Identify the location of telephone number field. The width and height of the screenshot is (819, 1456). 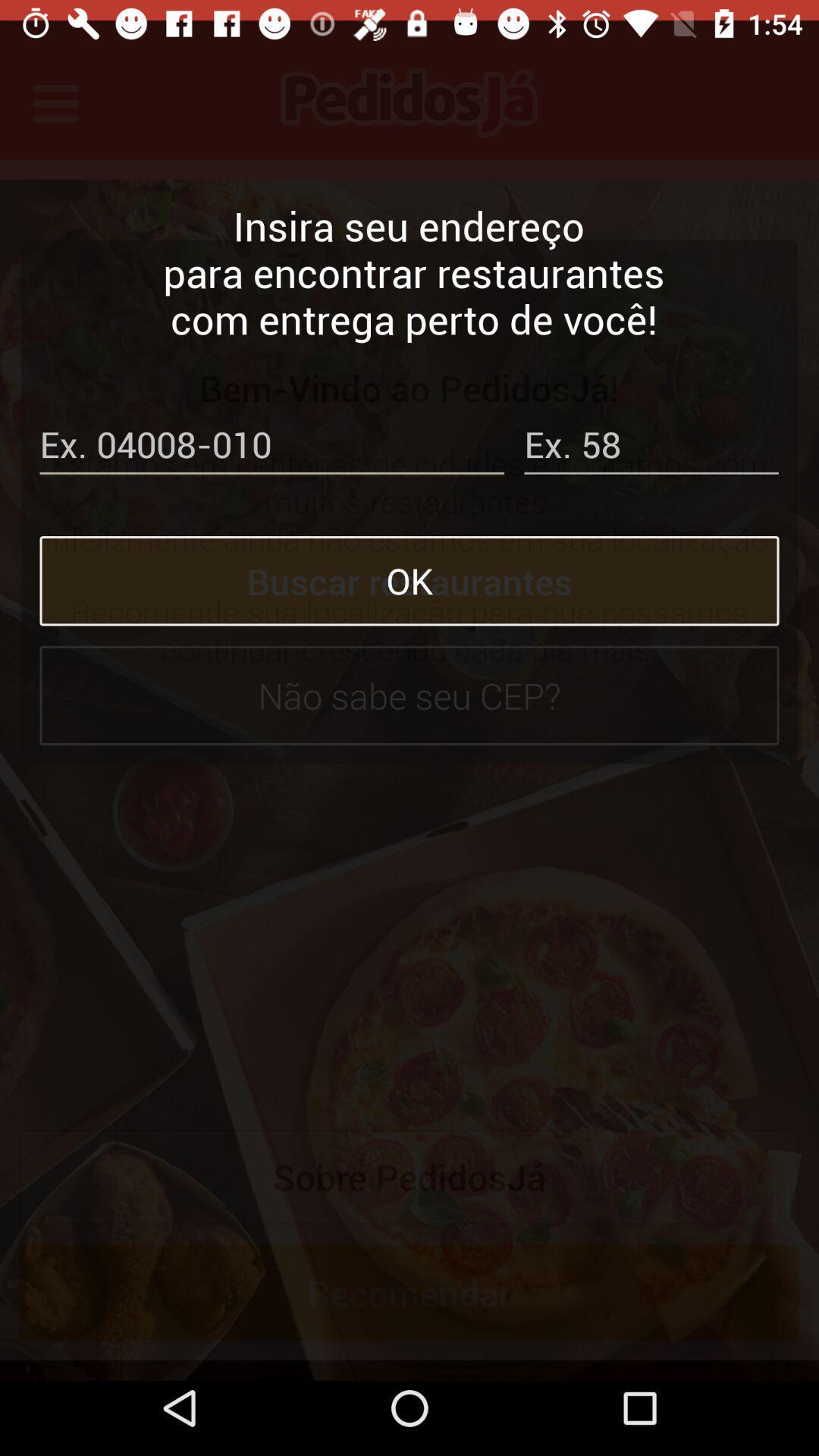
(271, 427).